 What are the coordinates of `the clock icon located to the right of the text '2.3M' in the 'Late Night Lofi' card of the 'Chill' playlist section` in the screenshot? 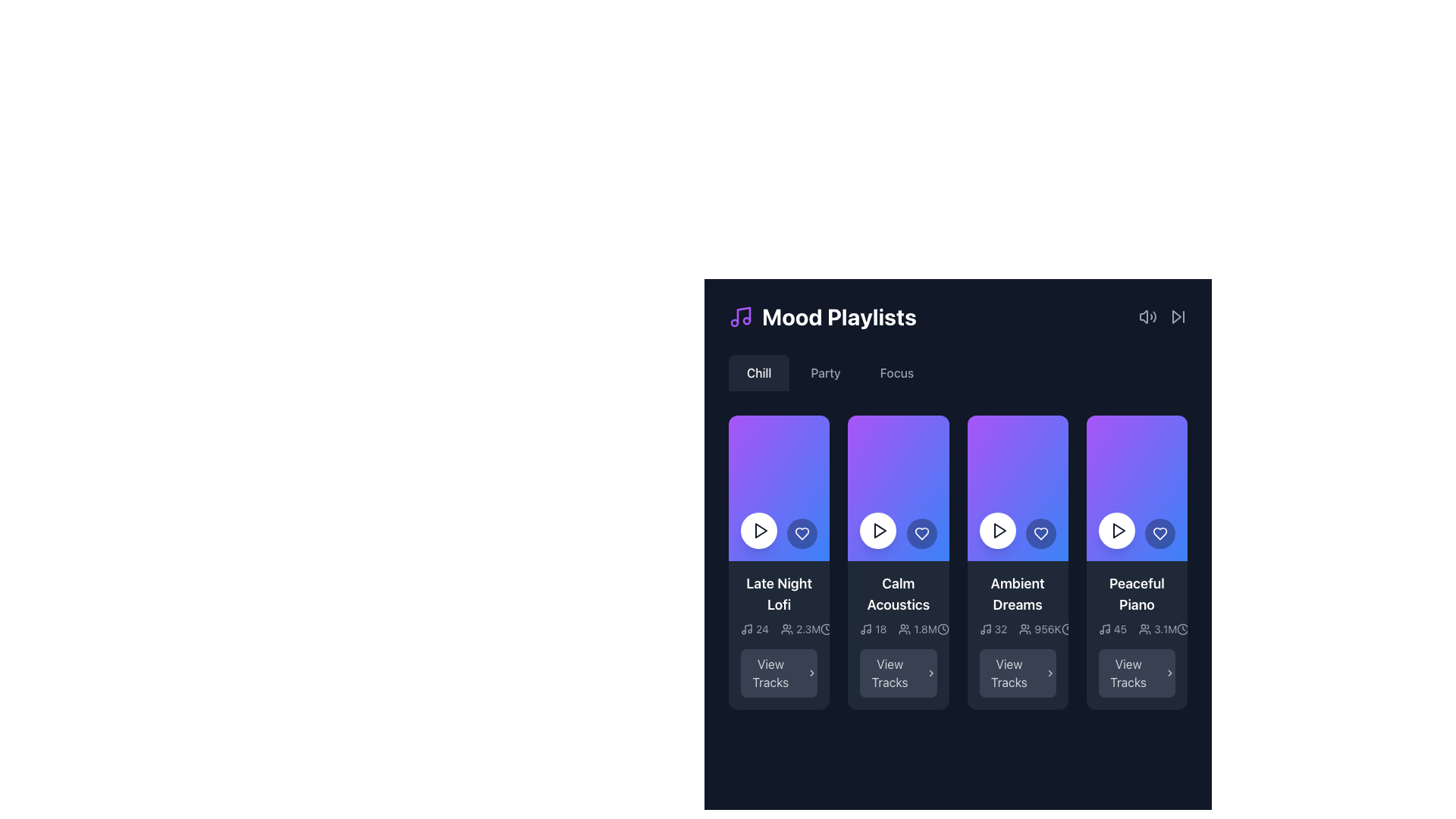 It's located at (826, 629).